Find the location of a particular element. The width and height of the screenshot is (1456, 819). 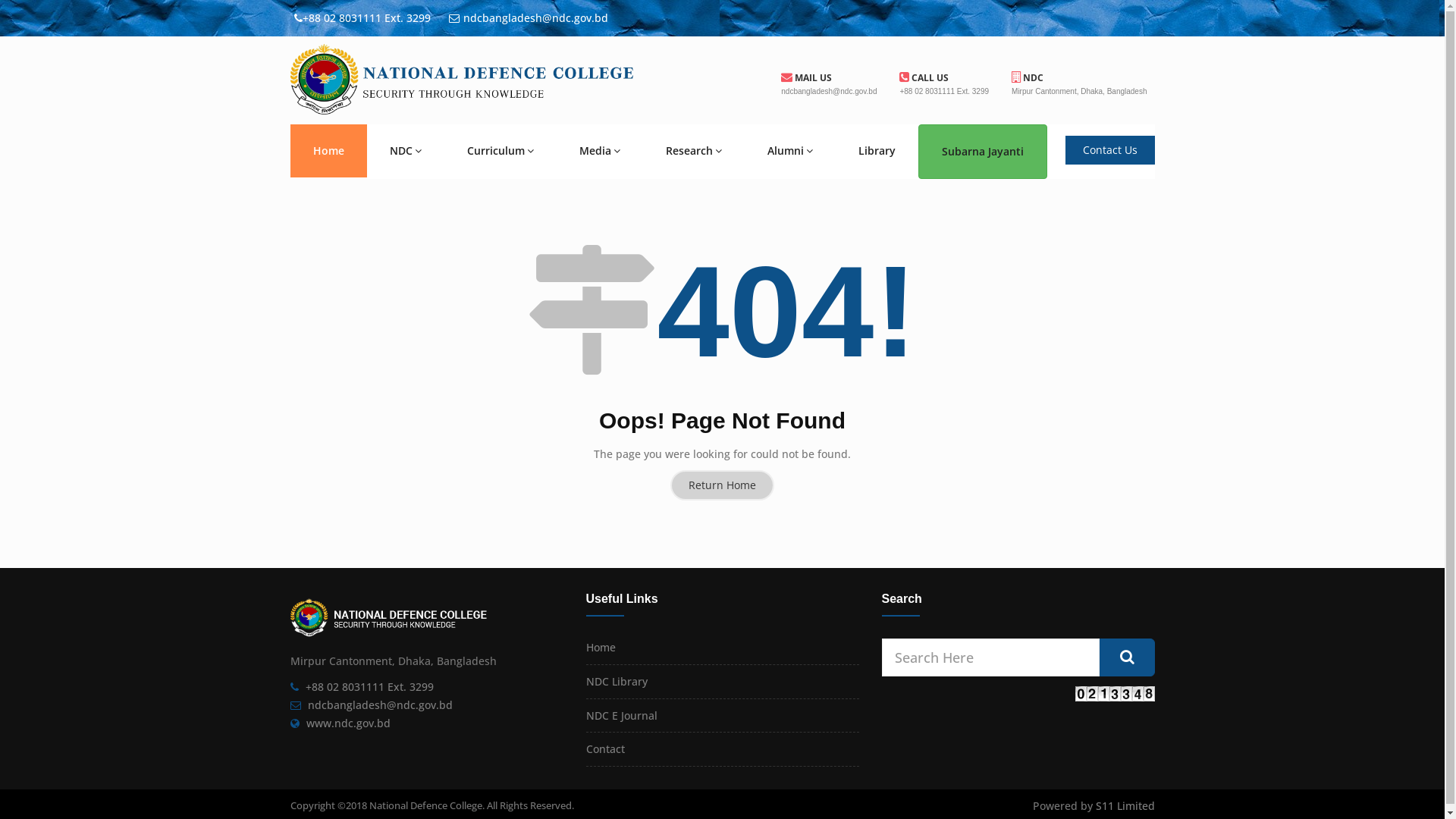

'NDC' is located at coordinates (405, 151).